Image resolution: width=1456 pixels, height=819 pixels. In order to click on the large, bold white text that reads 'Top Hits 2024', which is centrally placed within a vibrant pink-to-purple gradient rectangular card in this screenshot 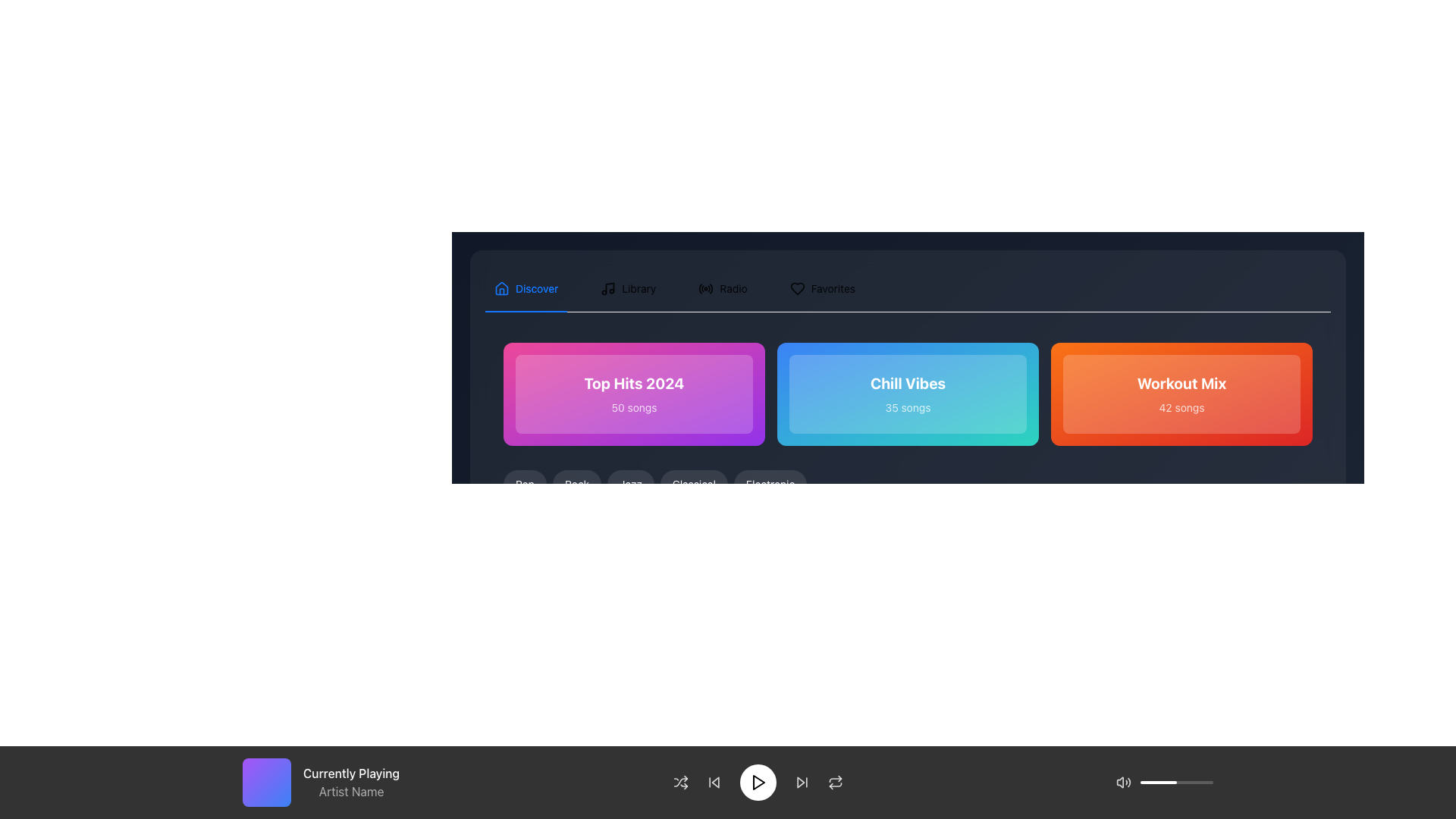, I will do `click(634, 382)`.